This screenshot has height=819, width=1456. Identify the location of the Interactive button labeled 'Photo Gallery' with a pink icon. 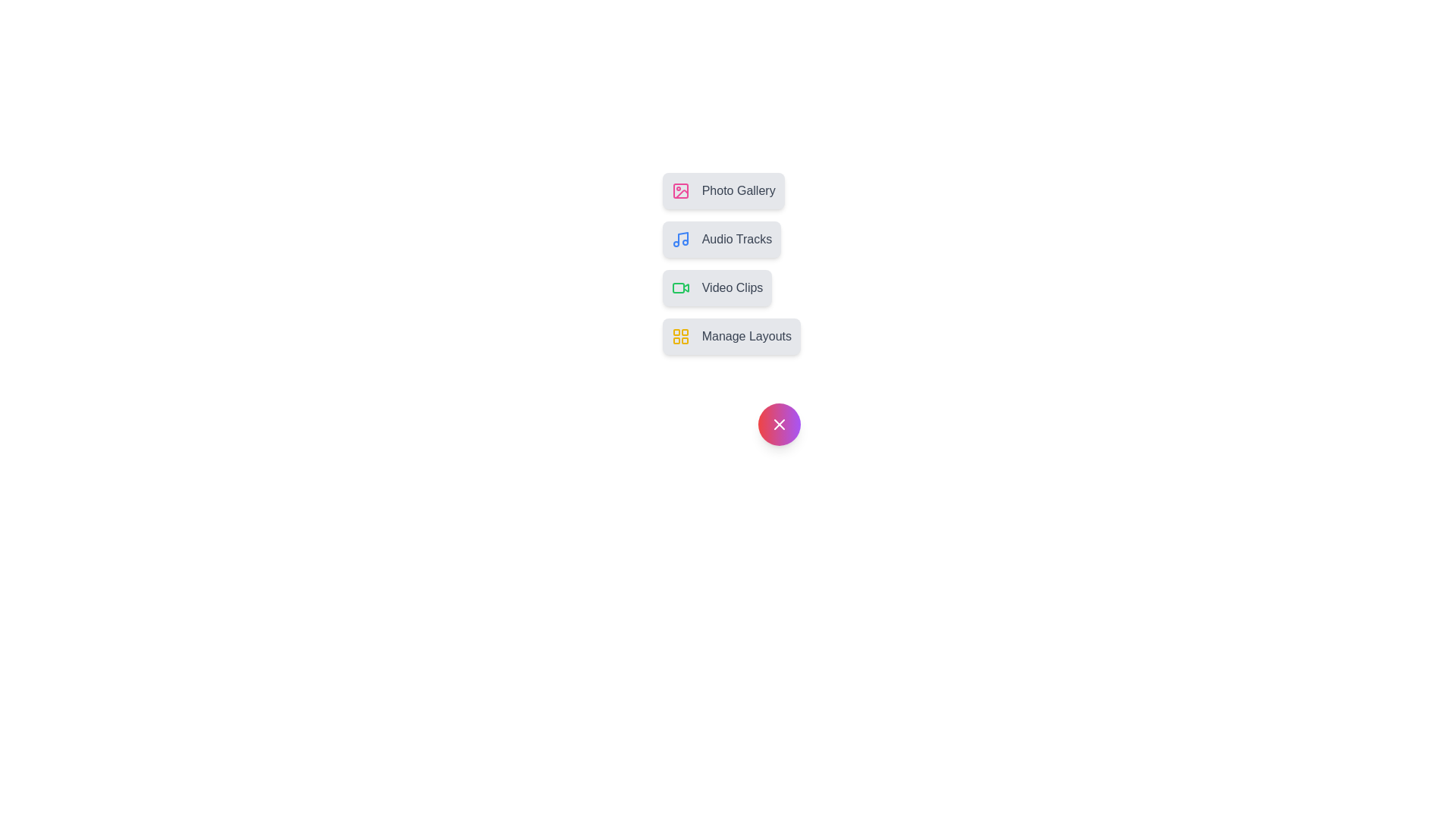
(723, 190).